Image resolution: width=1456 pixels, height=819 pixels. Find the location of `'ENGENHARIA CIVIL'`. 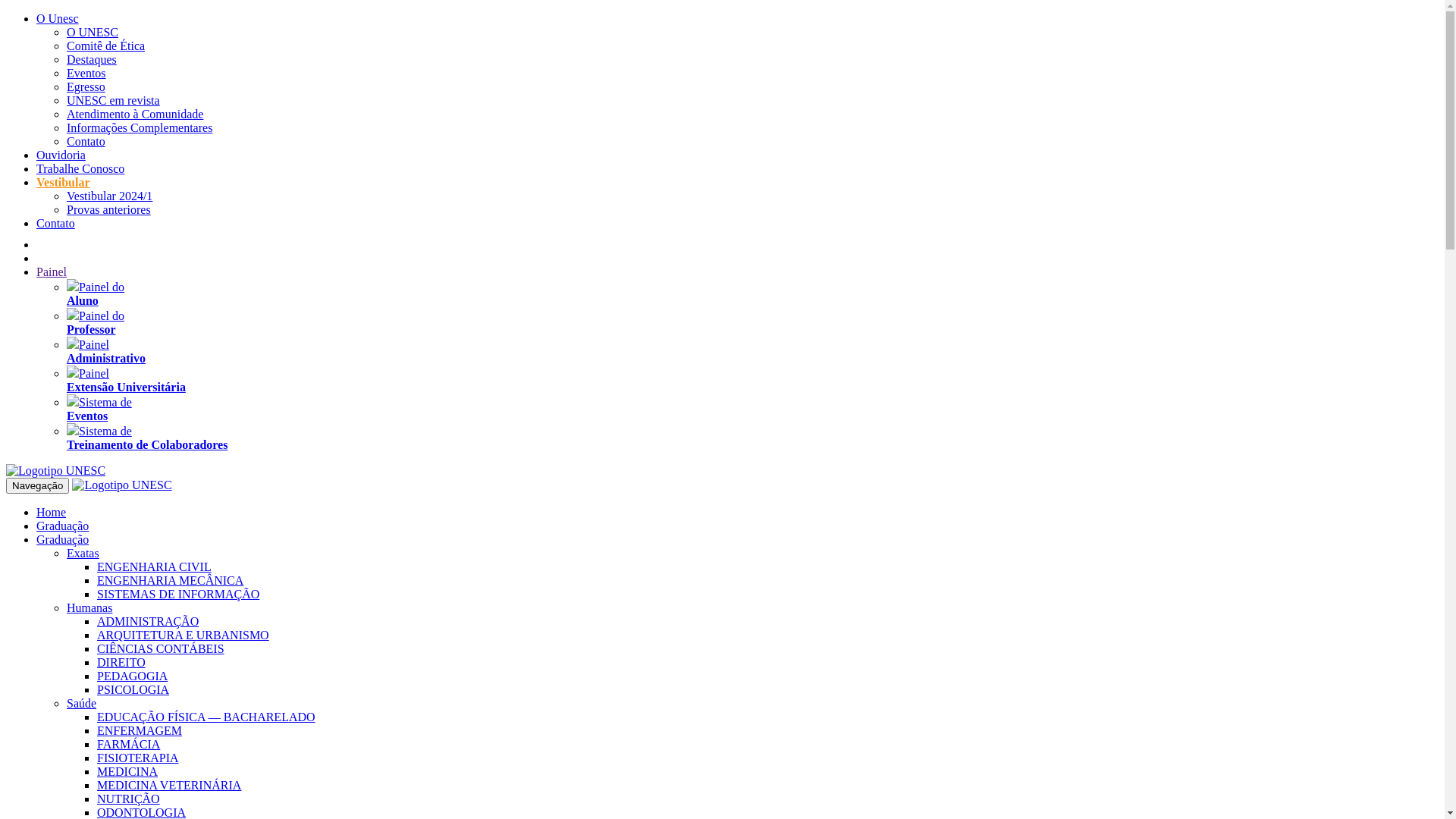

'ENGENHARIA CIVIL' is located at coordinates (154, 566).